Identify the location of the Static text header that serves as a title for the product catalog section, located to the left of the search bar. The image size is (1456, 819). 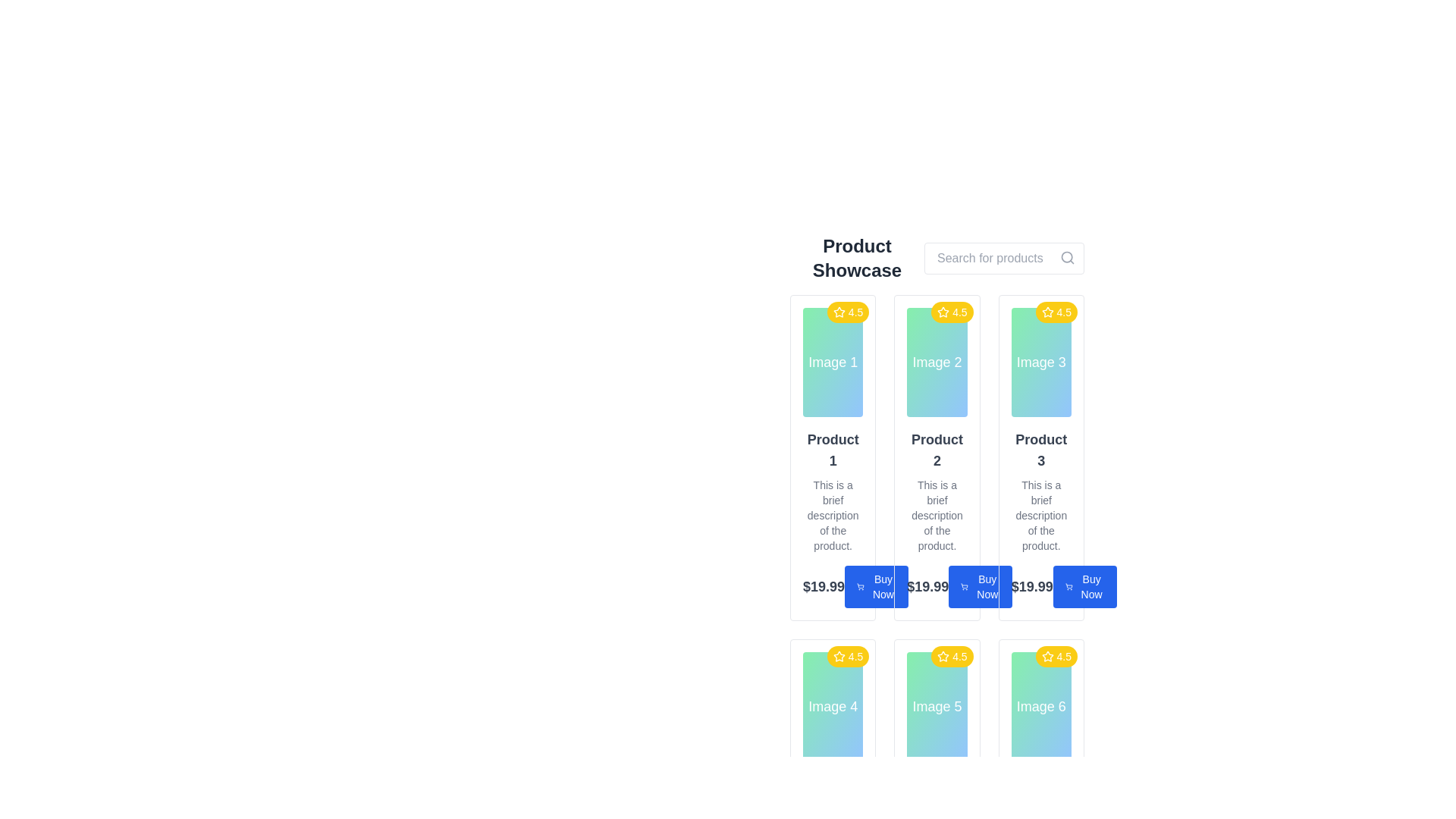
(857, 257).